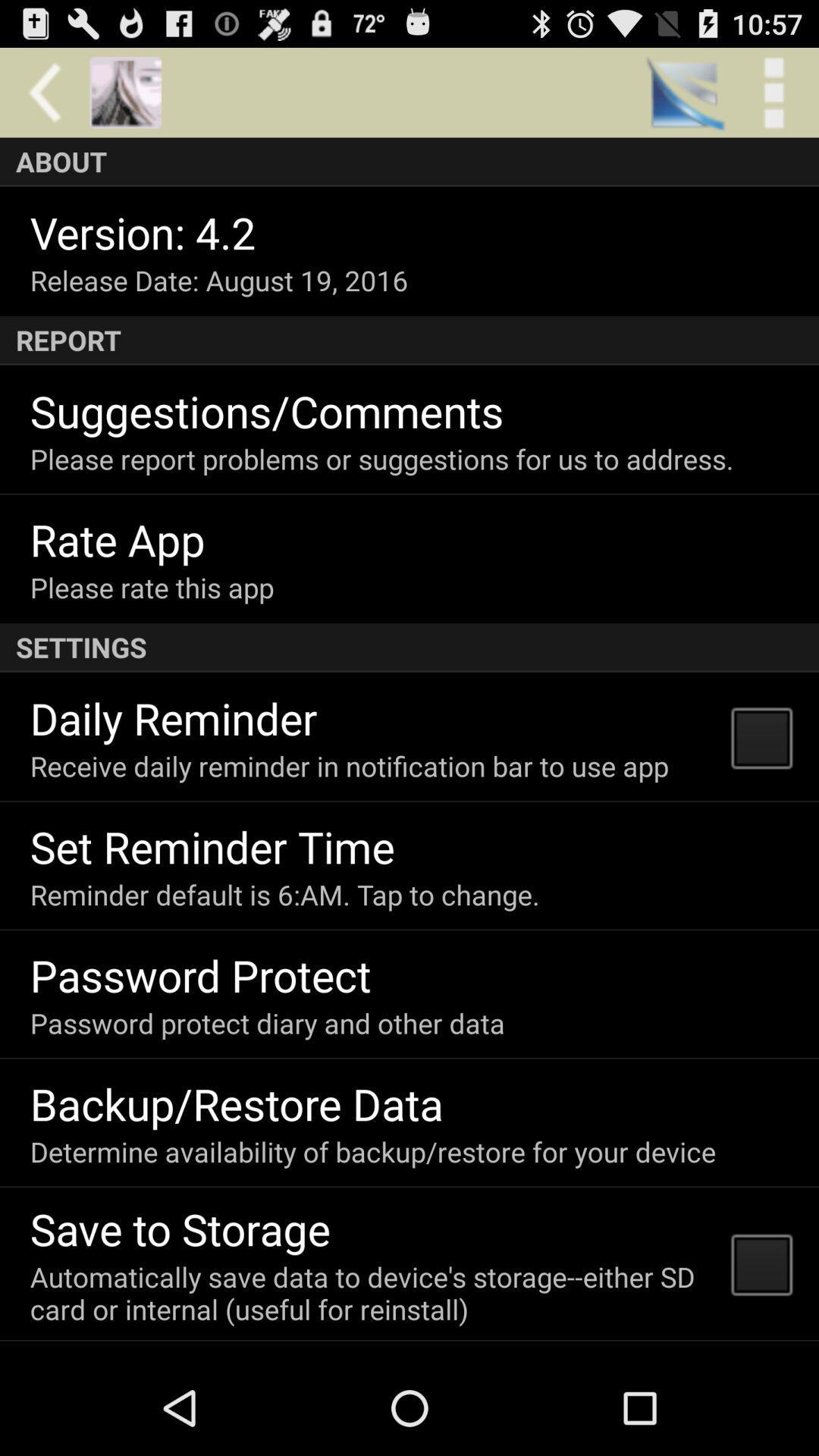 The height and width of the screenshot is (1456, 819). What do you see at coordinates (409, 648) in the screenshot?
I see `the icon above daily reminder` at bounding box center [409, 648].